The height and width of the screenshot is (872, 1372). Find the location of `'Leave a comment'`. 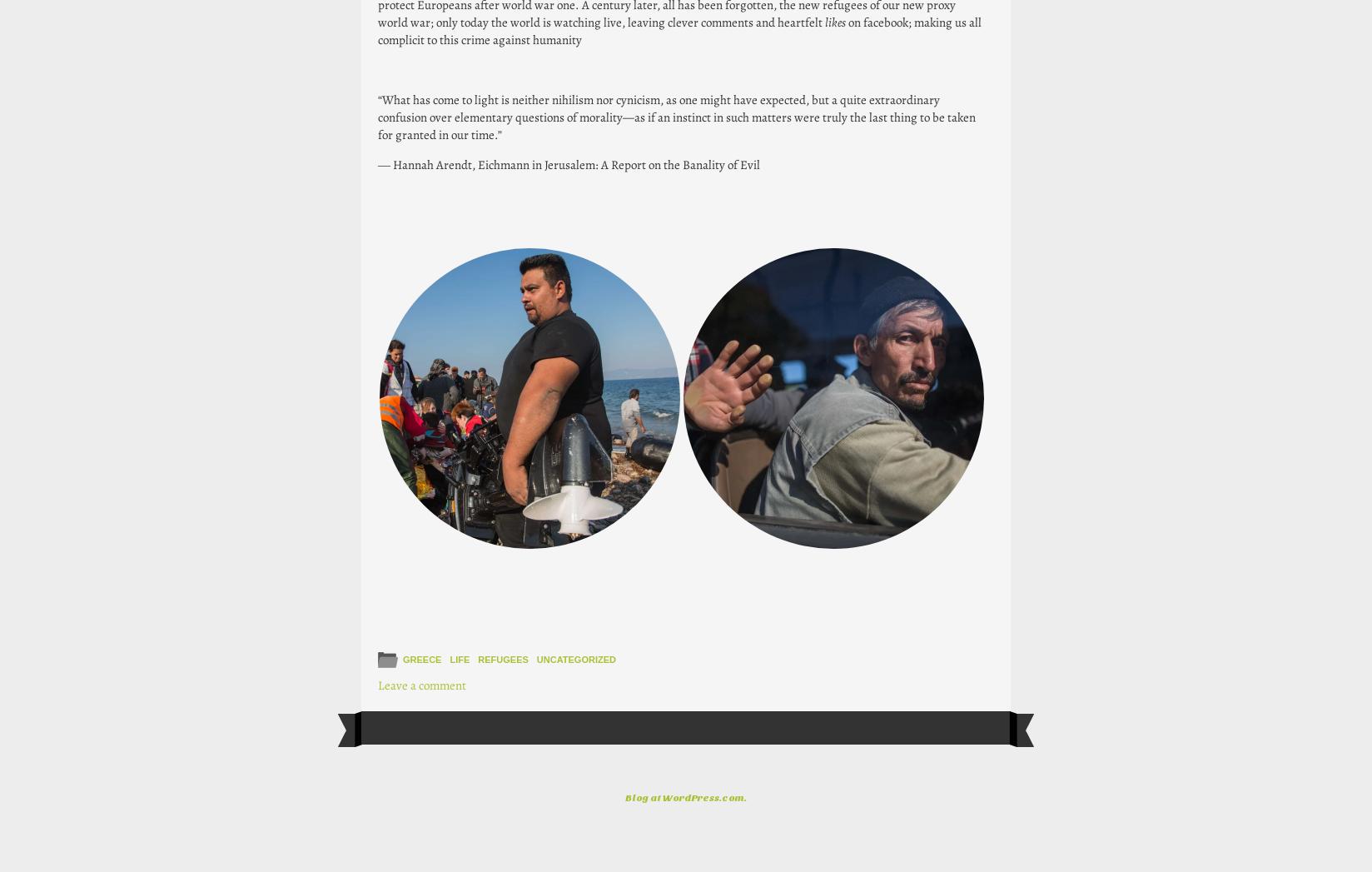

'Leave a comment' is located at coordinates (378, 684).